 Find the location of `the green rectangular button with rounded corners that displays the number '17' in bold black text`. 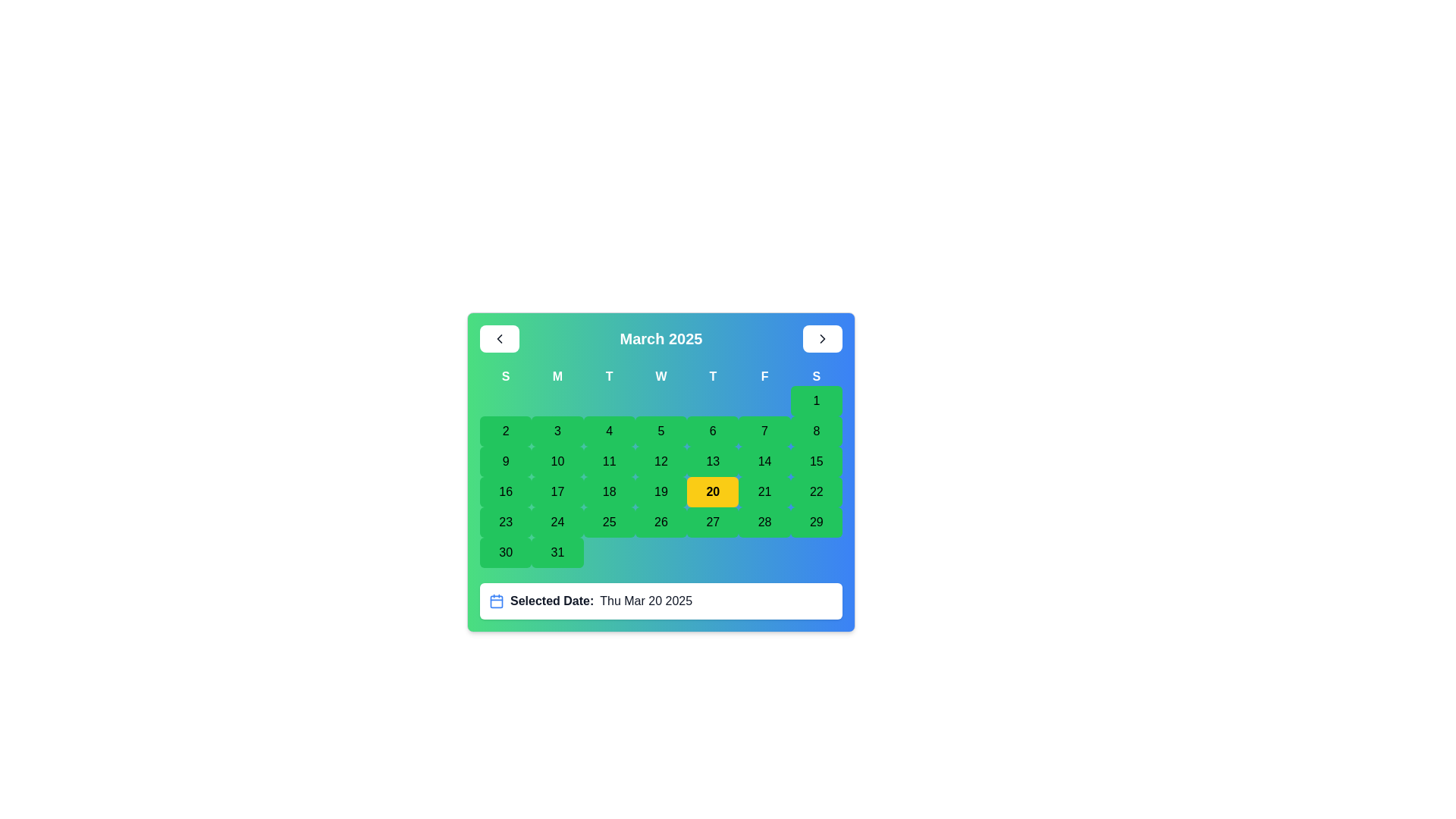

the green rectangular button with rounded corners that displays the number '17' in bold black text is located at coordinates (557, 491).